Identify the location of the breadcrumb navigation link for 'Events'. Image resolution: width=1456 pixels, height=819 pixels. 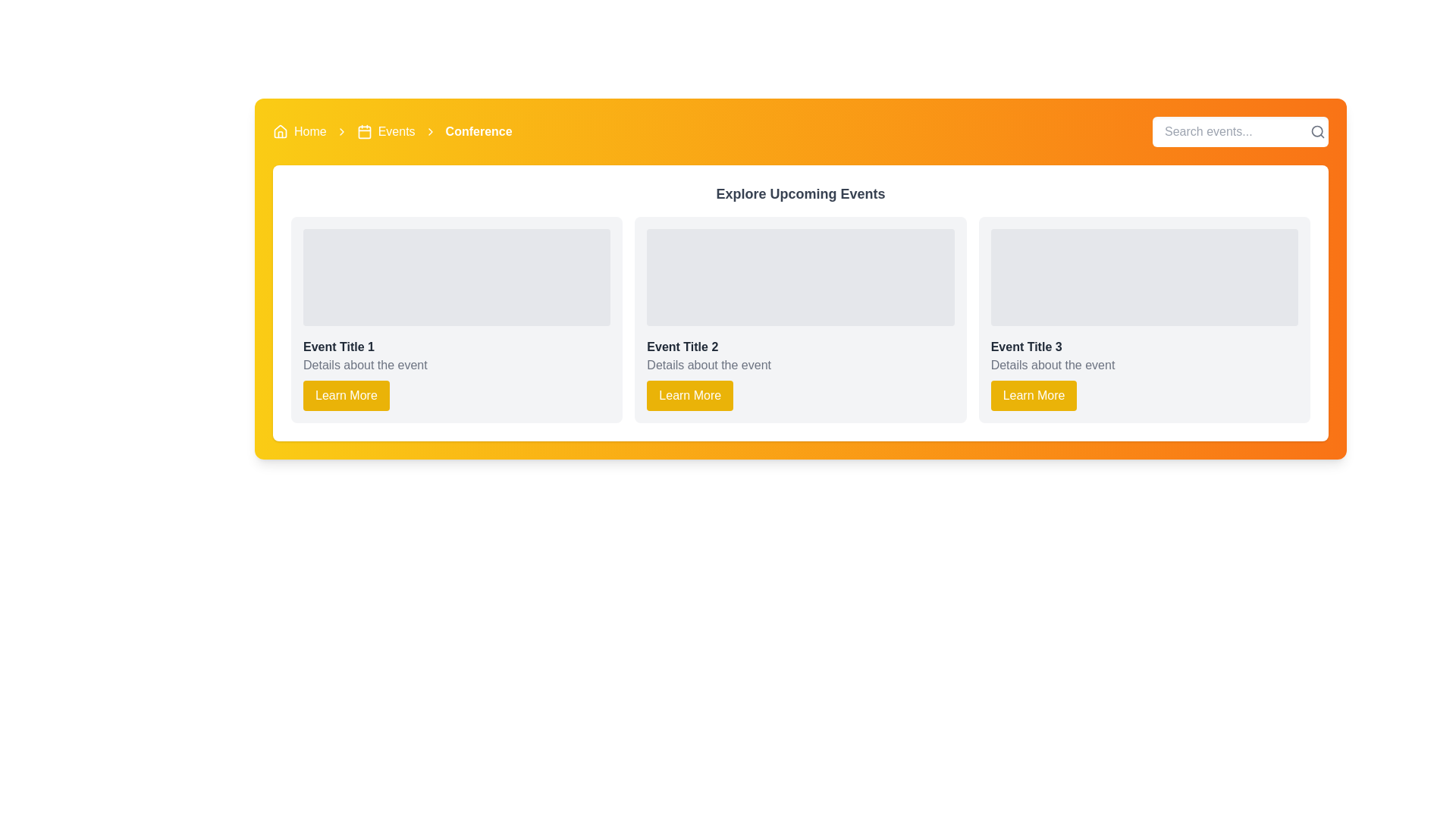
(392, 130).